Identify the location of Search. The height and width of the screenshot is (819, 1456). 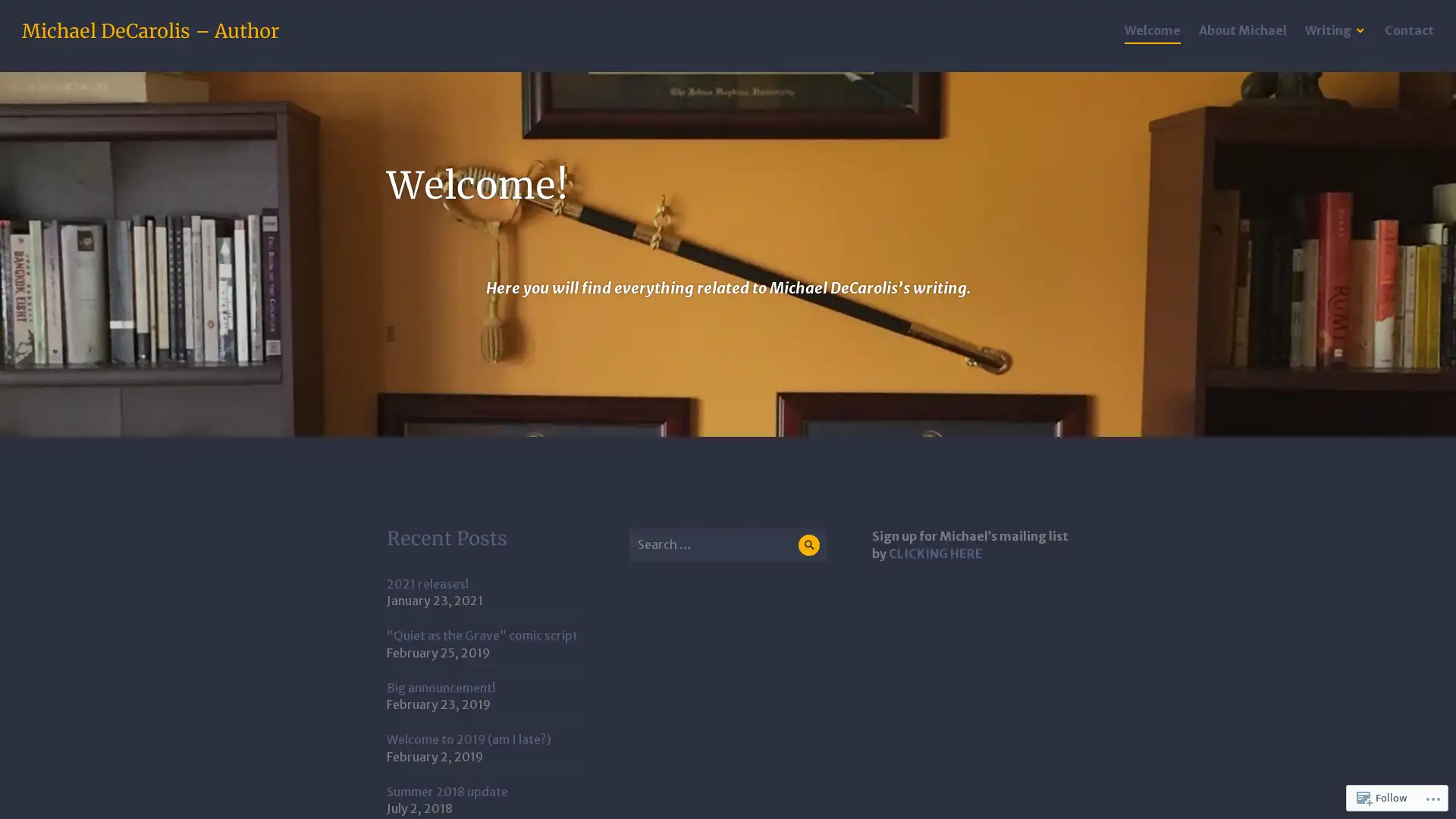
(808, 544).